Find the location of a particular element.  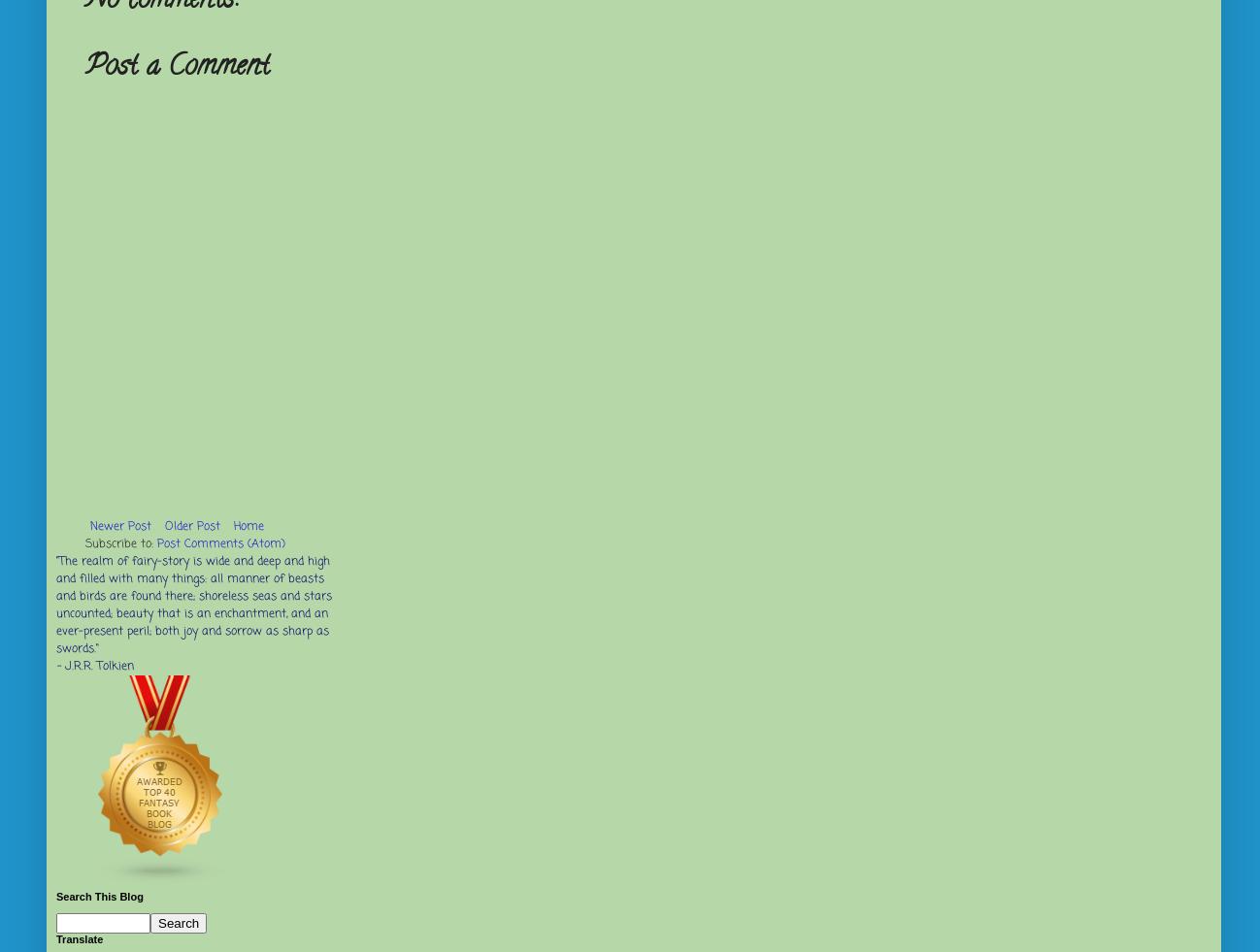

'Search This Blog' is located at coordinates (99, 897).